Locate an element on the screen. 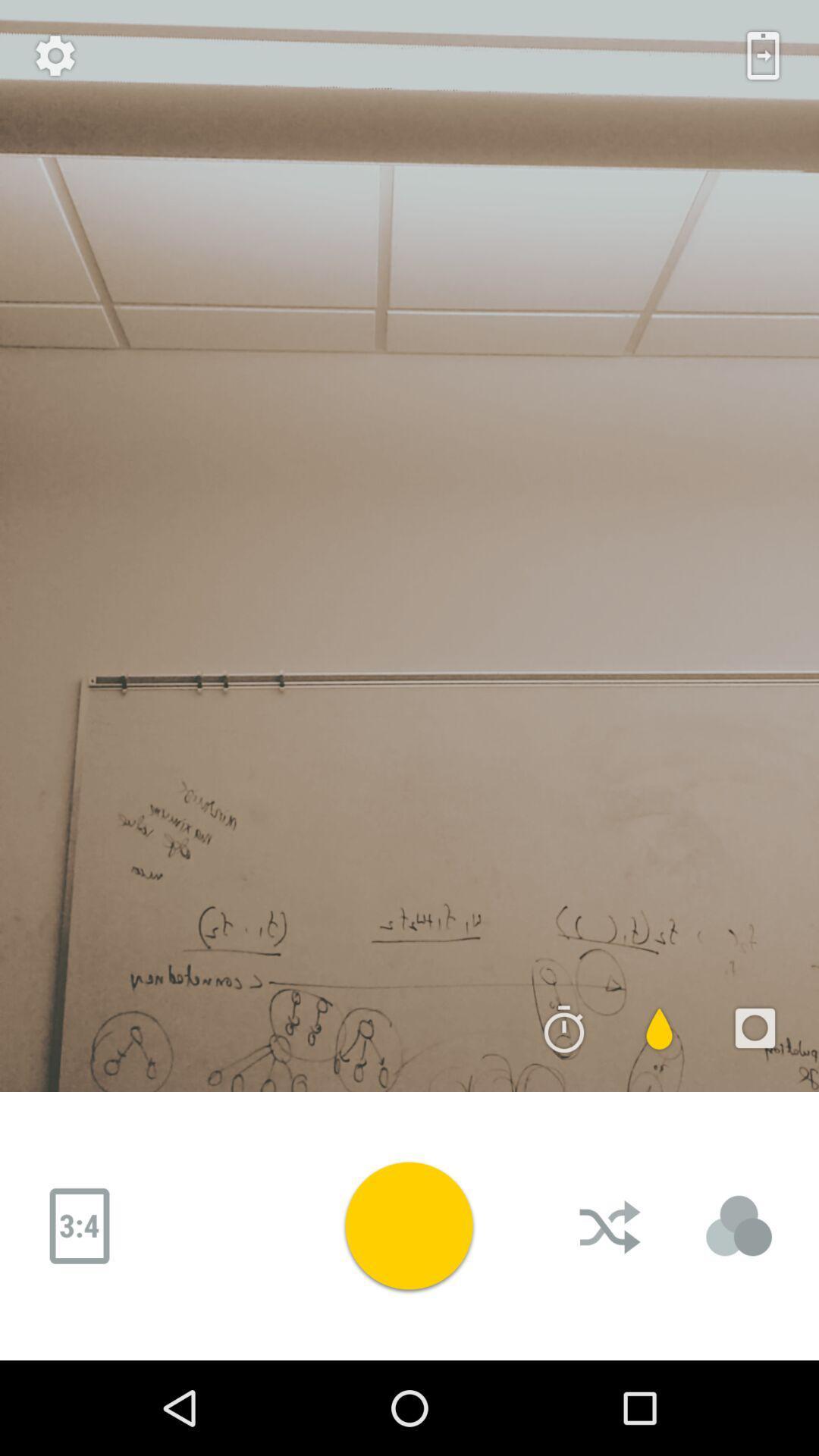 Image resolution: width=819 pixels, height=1456 pixels. change format is located at coordinates (79, 1226).